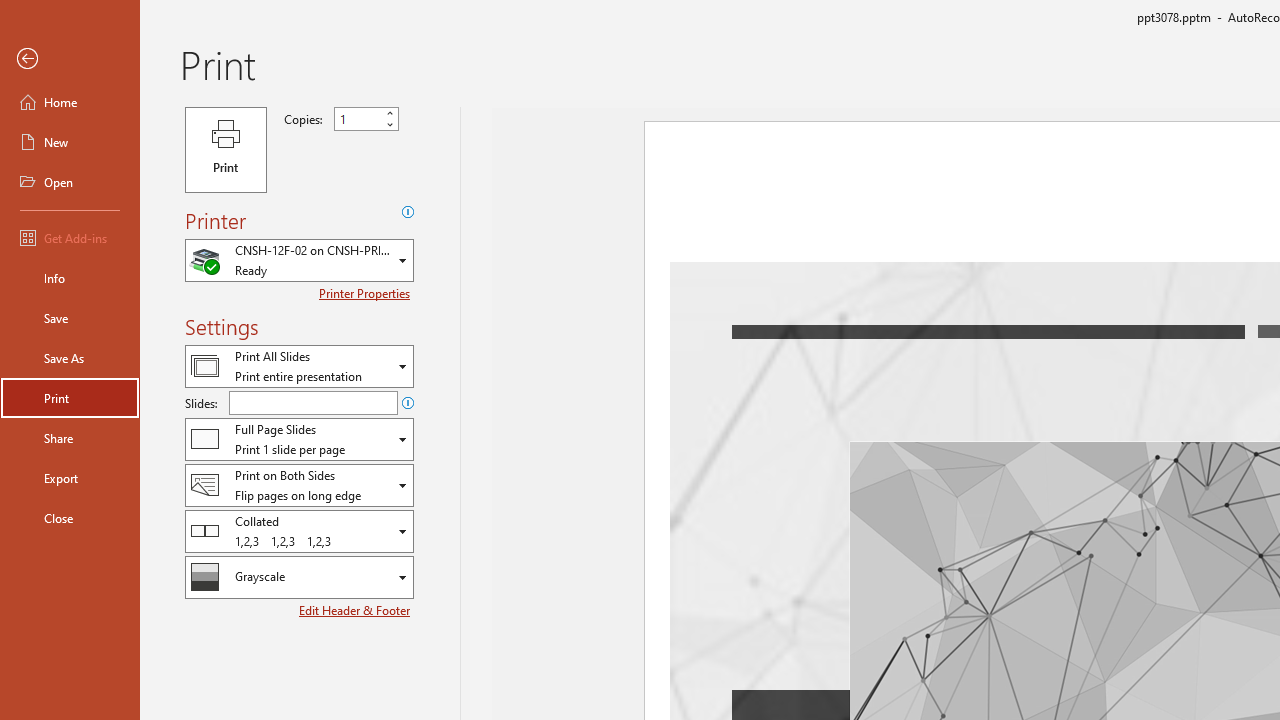 This screenshot has width=1280, height=720. I want to click on 'New', so click(69, 140).